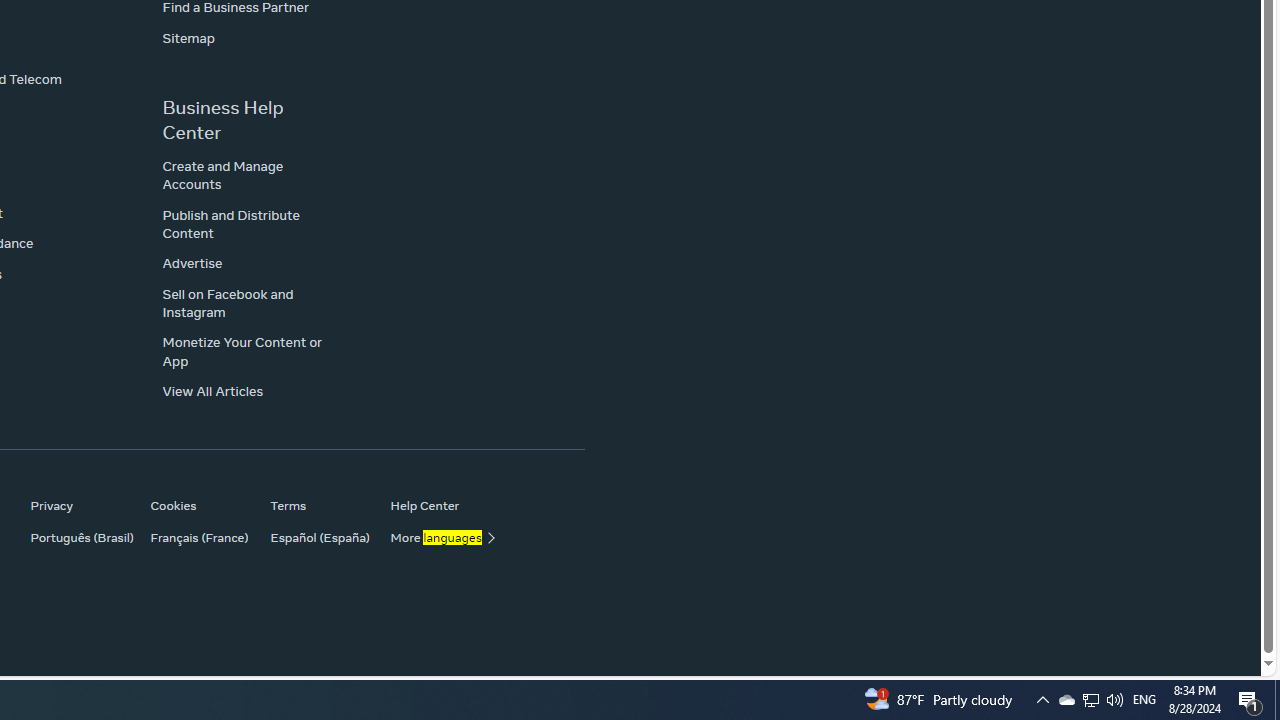  What do you see at coordinates (439, 504) in the screenshot?
I see `'Help Center'` at bounding box center [439, 504].